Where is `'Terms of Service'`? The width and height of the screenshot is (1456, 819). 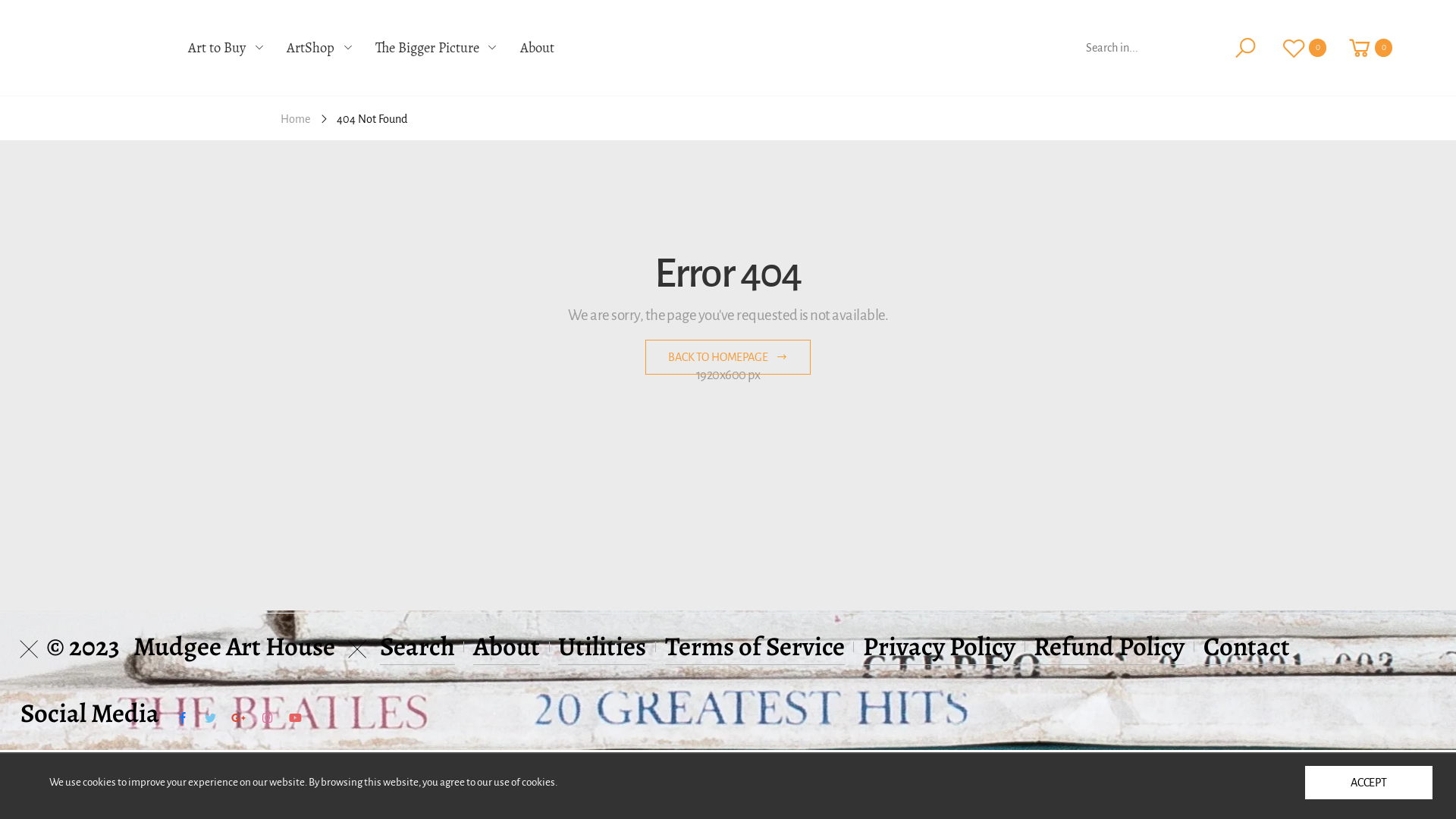
'Terms of Service' is located at coordinates (755, 646).